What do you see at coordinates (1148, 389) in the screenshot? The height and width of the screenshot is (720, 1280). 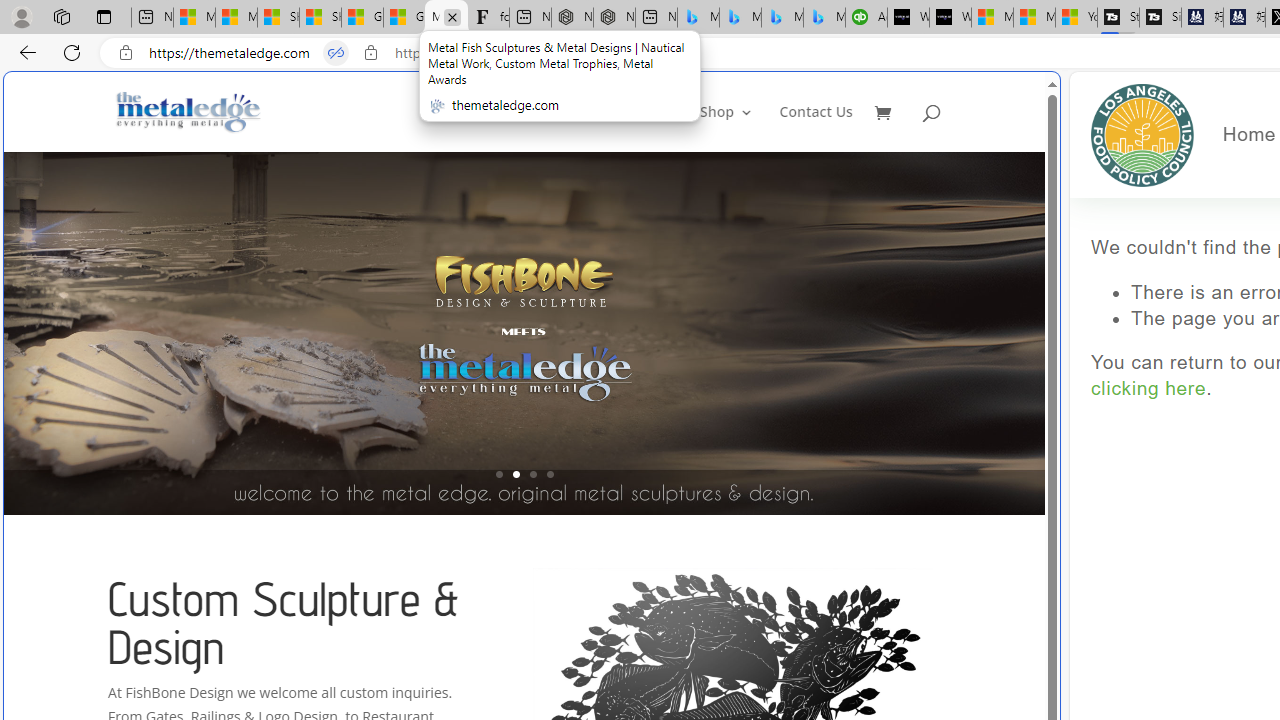 I see `'clicking here'` at bounding box center [1148, 389].